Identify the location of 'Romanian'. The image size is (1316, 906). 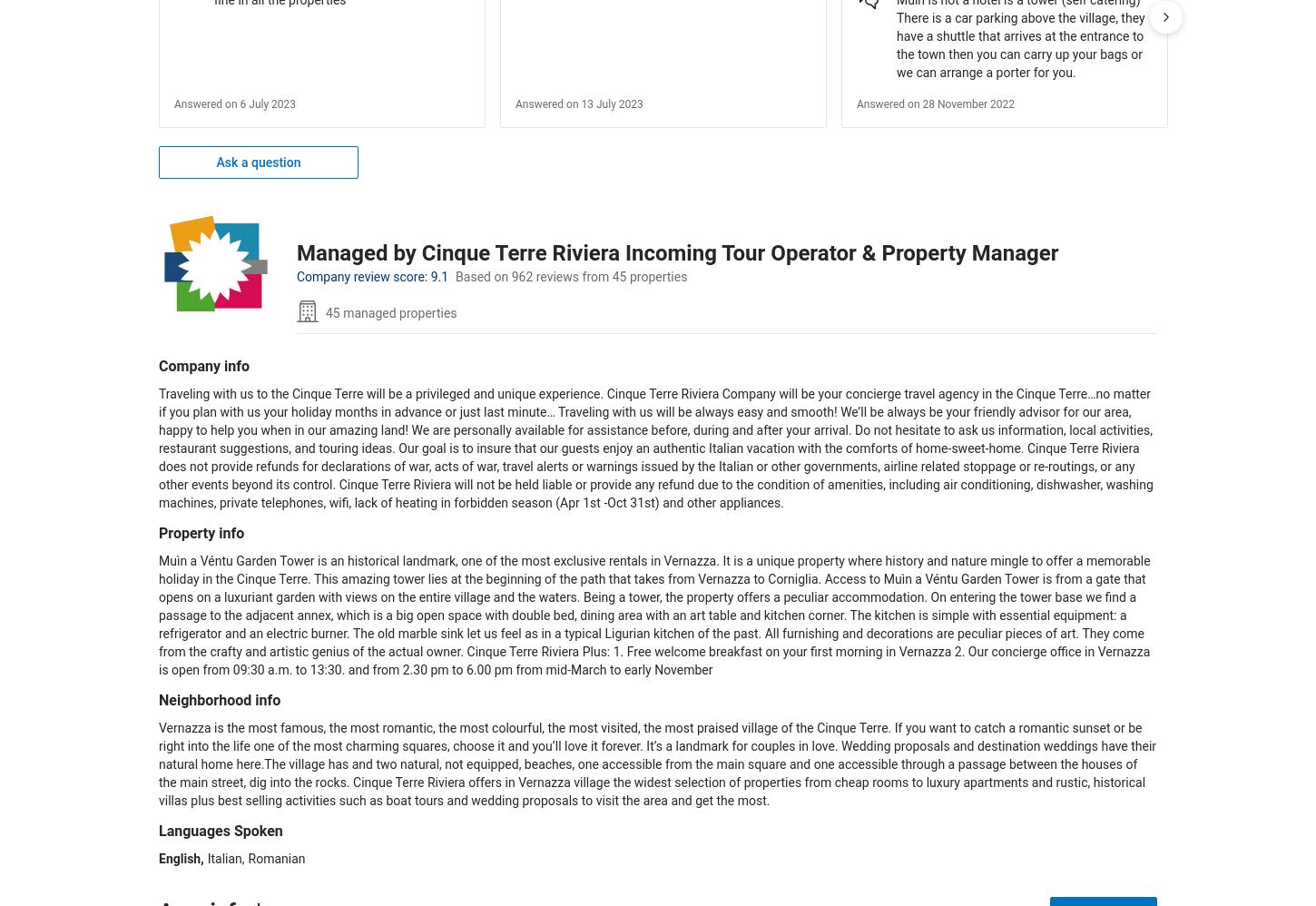
(276, 858).